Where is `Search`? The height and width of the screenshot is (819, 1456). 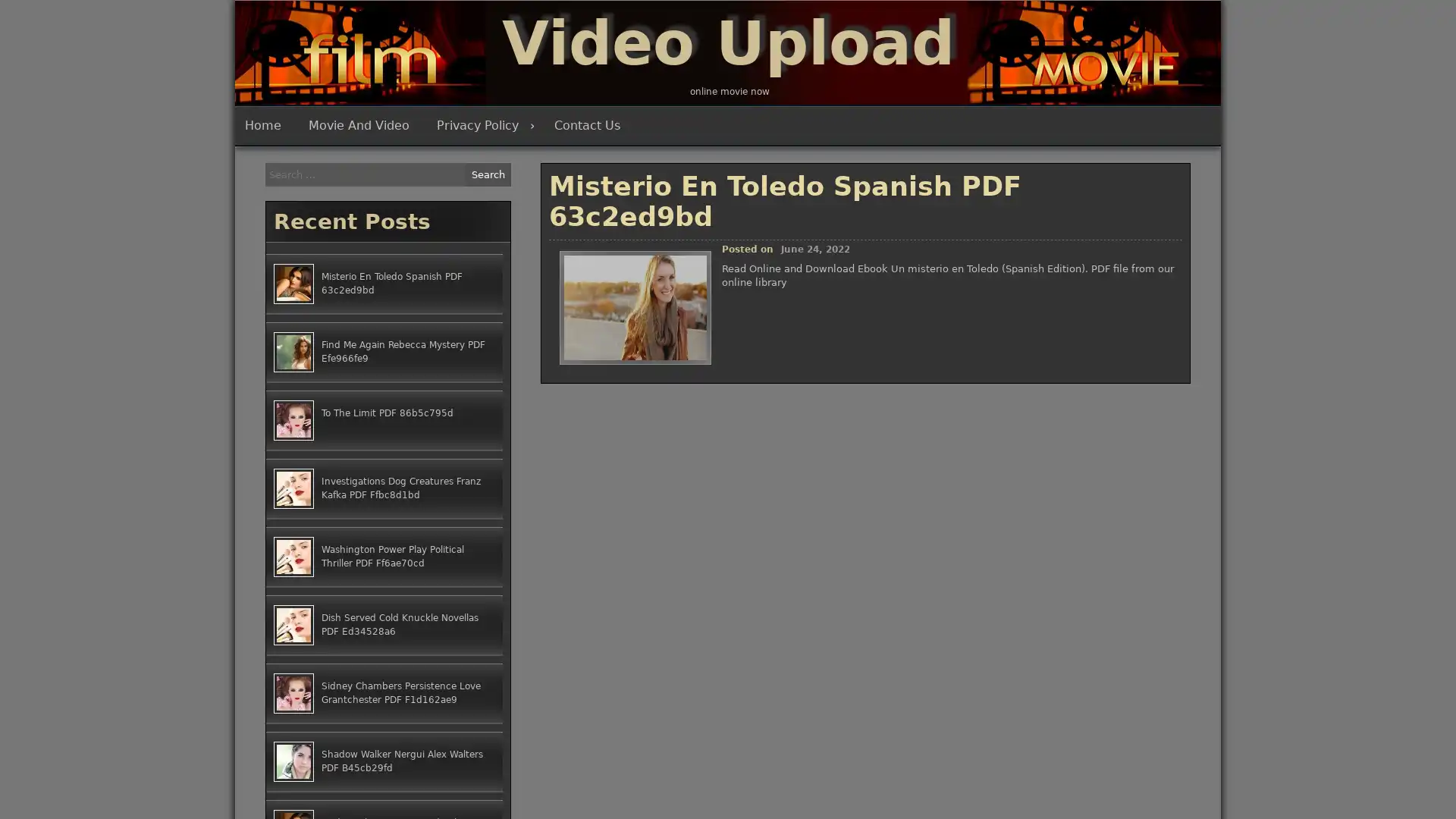
Search is located at coordinates (488, 174).